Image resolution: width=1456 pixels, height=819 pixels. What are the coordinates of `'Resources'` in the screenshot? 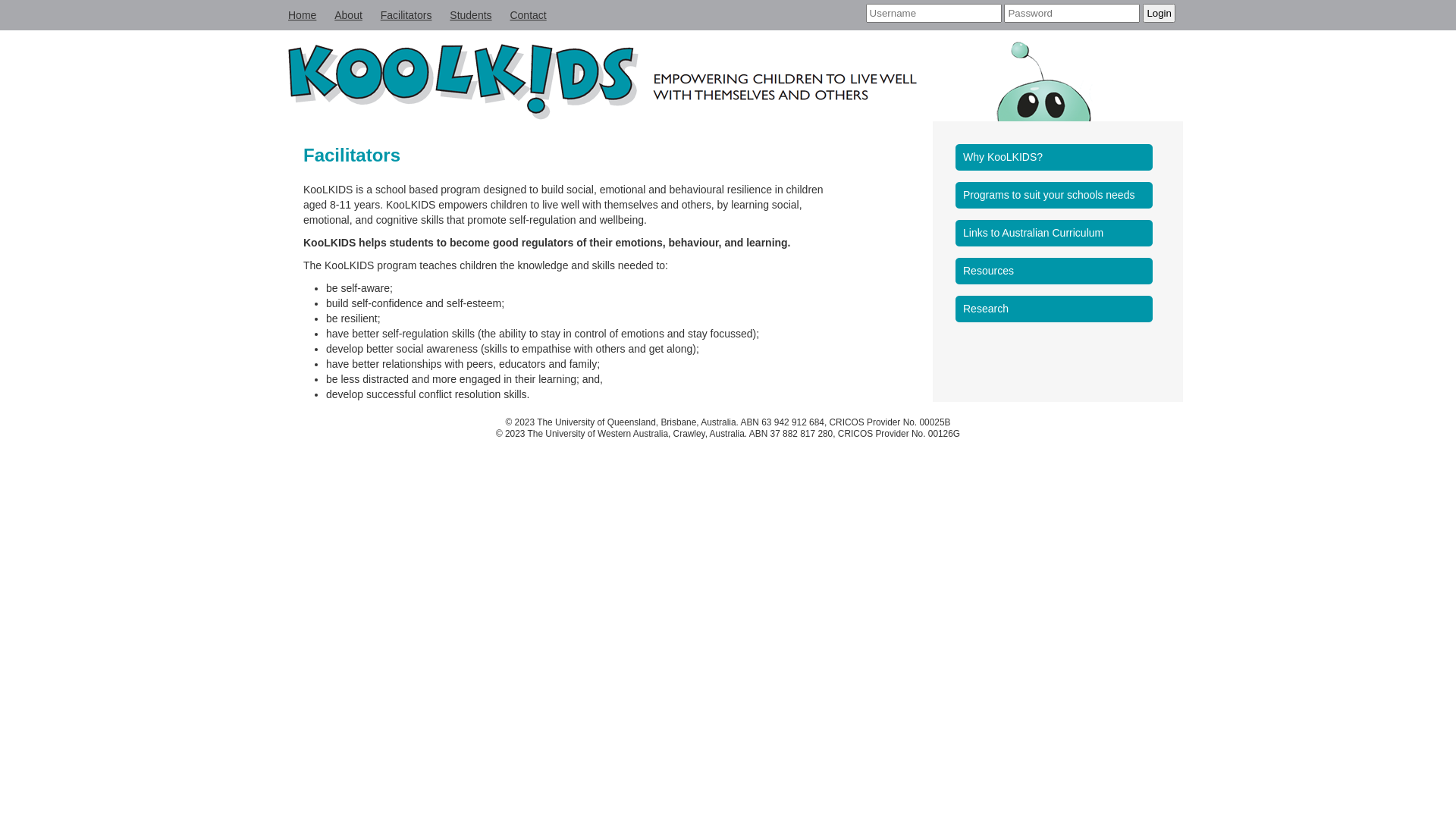 It's located at (1057, 270).